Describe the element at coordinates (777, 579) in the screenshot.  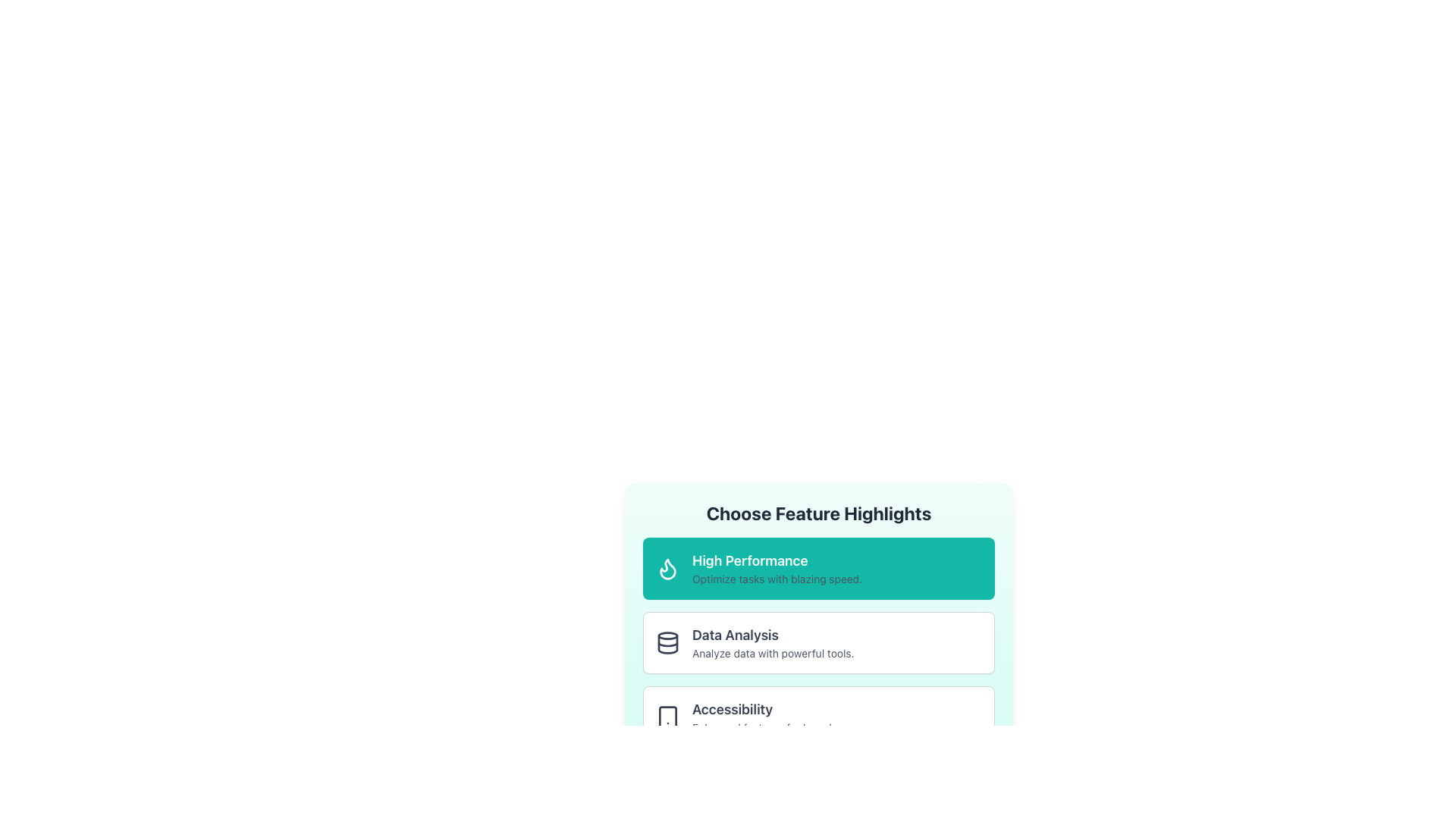
I see `descriptive text label providing additional detail about the 'High Performance' feature, which is located directly below the heading 'High Performance' in the teal-colored section` at that location.